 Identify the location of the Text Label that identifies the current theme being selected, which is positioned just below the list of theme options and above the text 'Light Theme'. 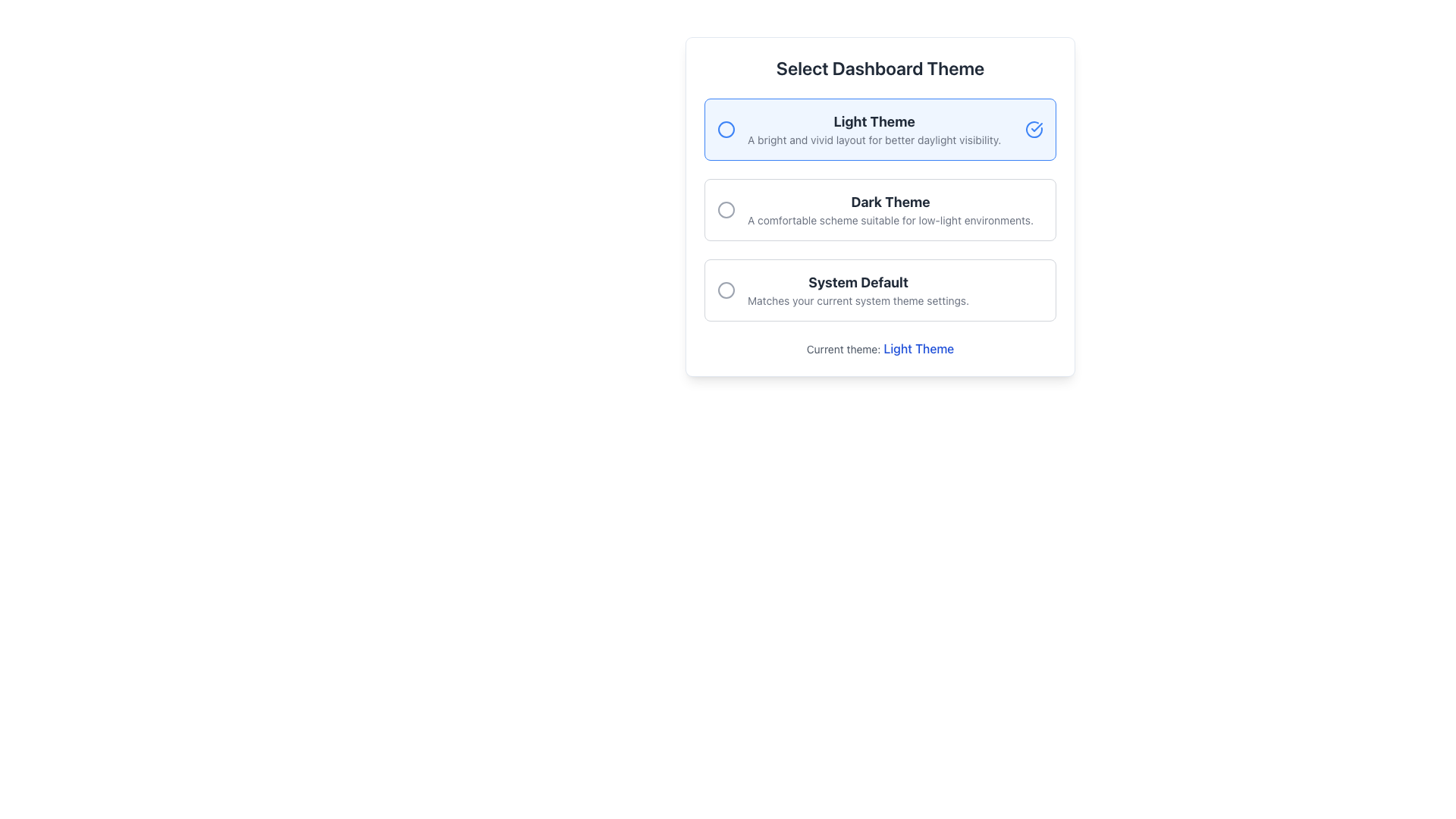
(843, 349).